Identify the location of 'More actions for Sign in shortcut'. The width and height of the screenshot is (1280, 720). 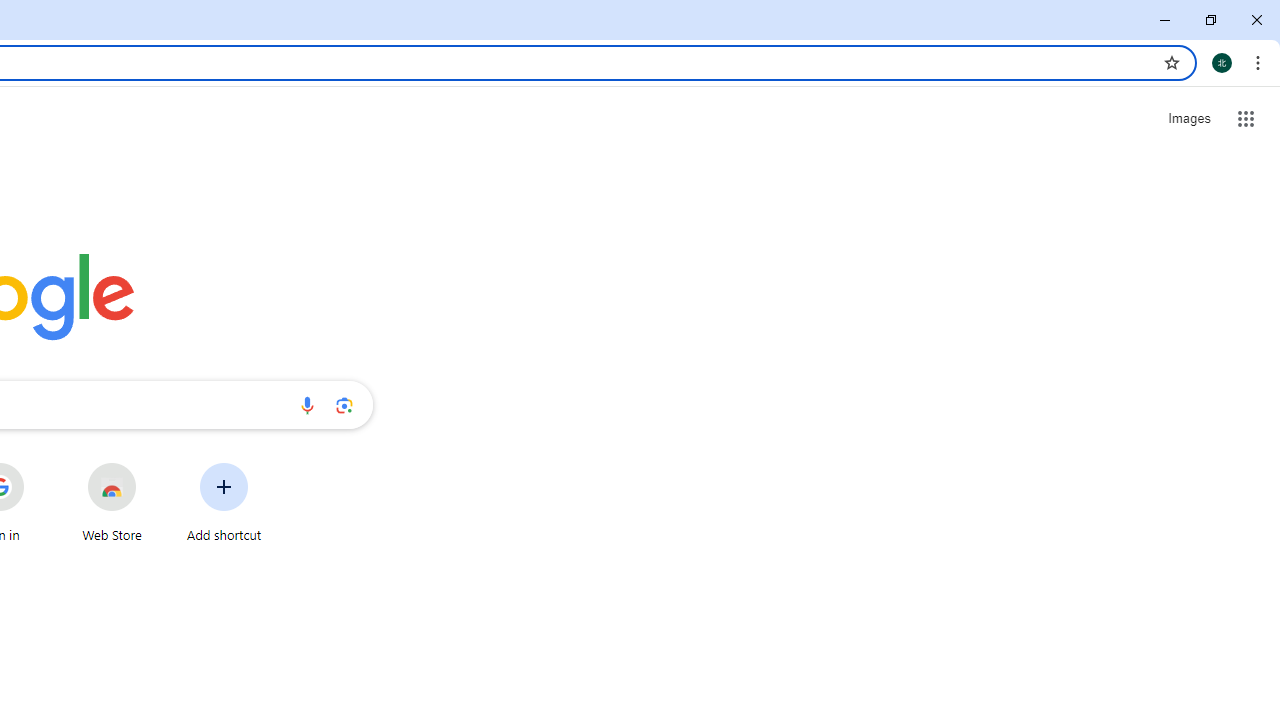
(39, 464).